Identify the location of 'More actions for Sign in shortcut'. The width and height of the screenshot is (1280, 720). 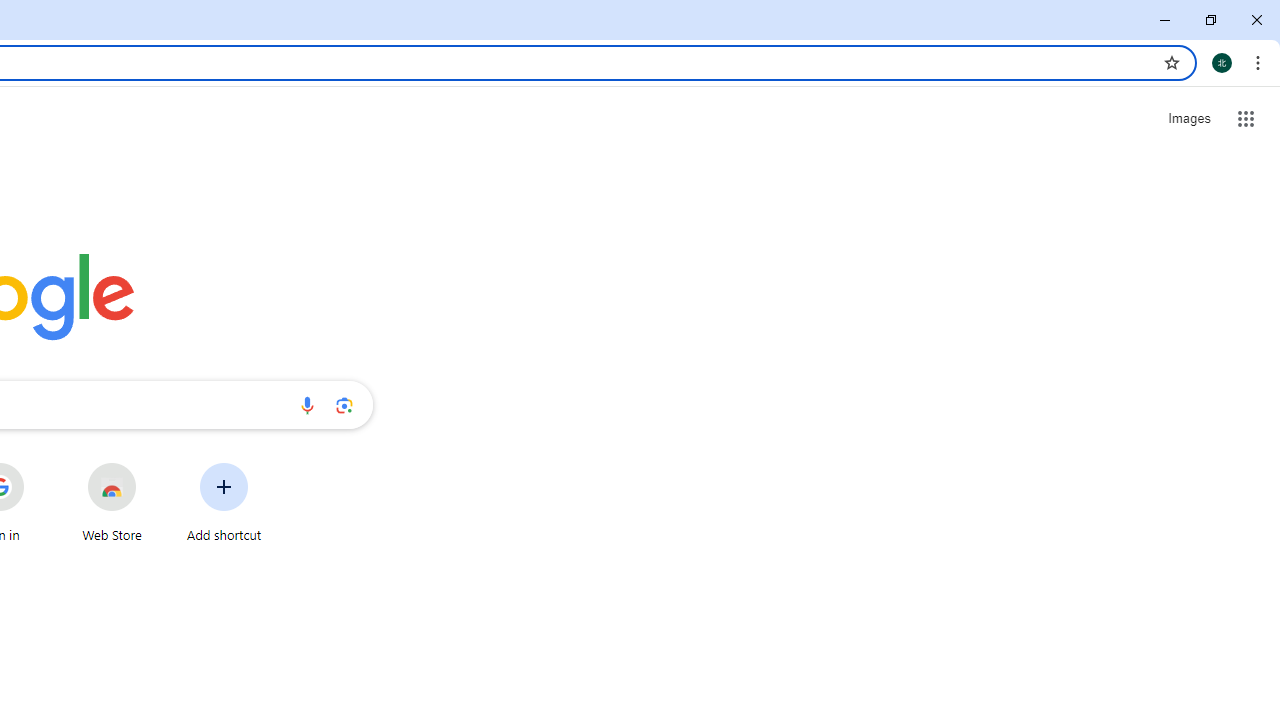
(39, 464).